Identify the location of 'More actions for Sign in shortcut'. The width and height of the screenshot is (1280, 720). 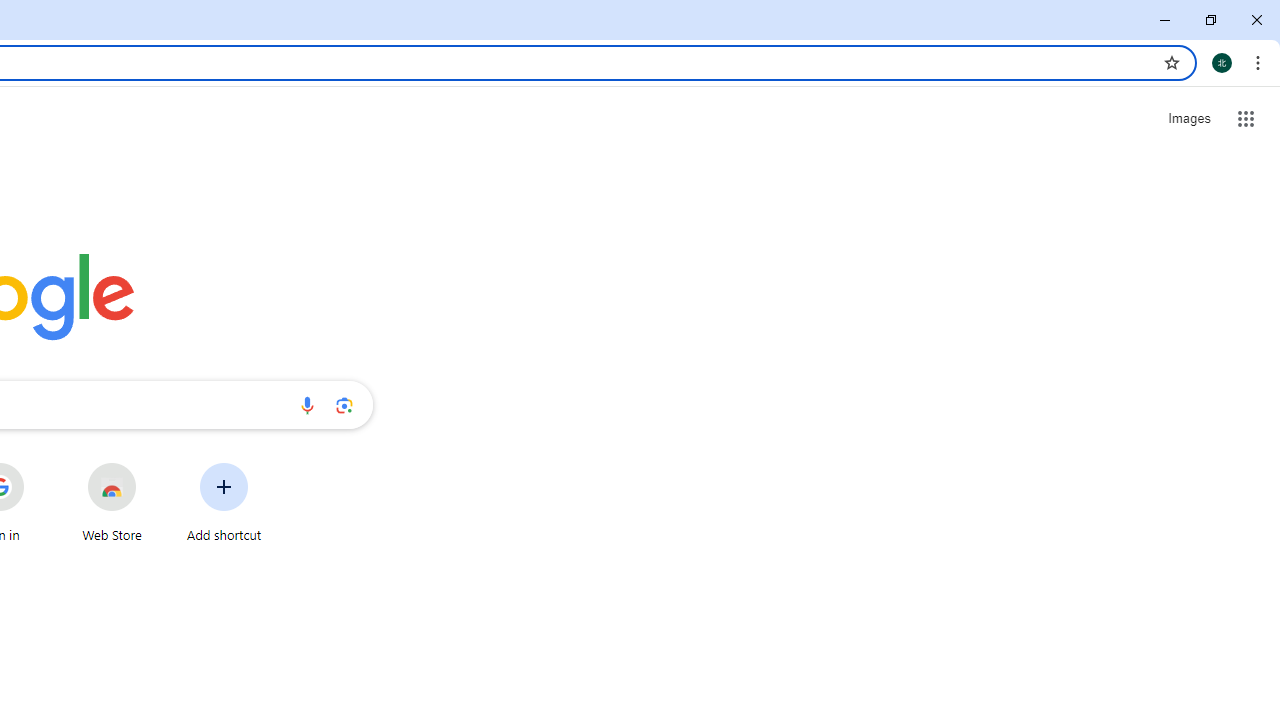
(39, 464).